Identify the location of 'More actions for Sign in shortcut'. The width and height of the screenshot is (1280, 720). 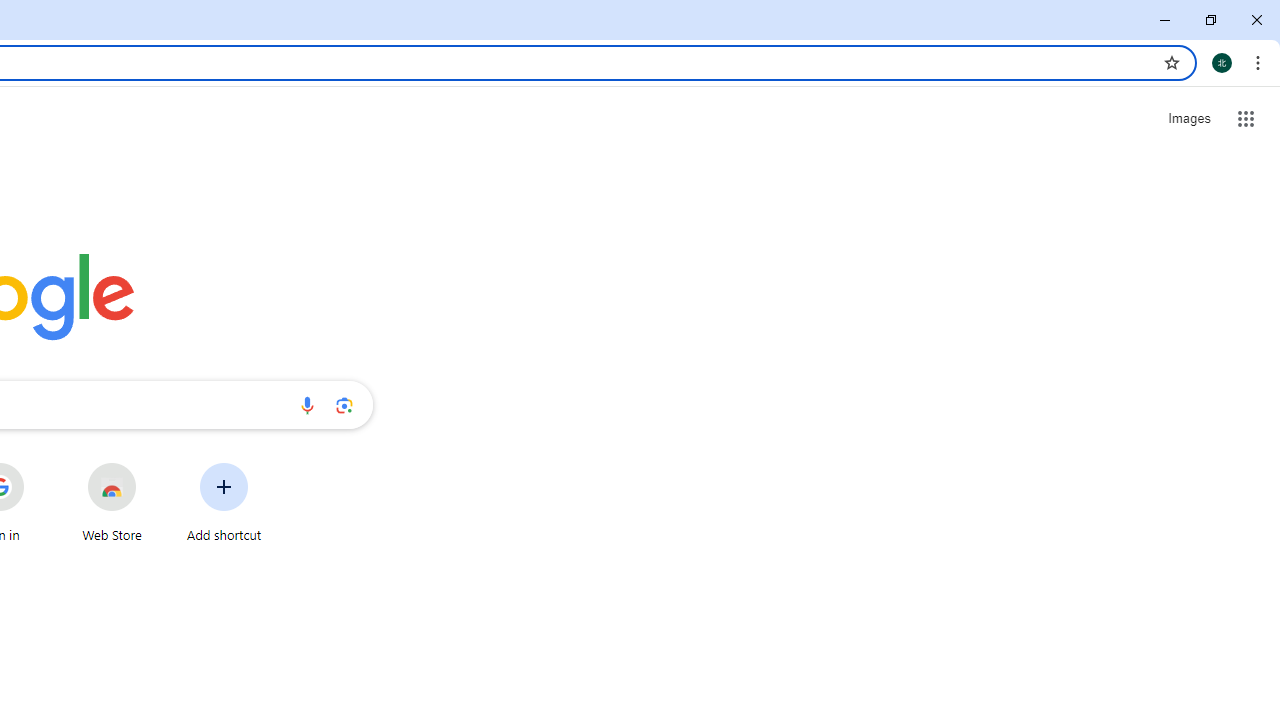
(39, 464).